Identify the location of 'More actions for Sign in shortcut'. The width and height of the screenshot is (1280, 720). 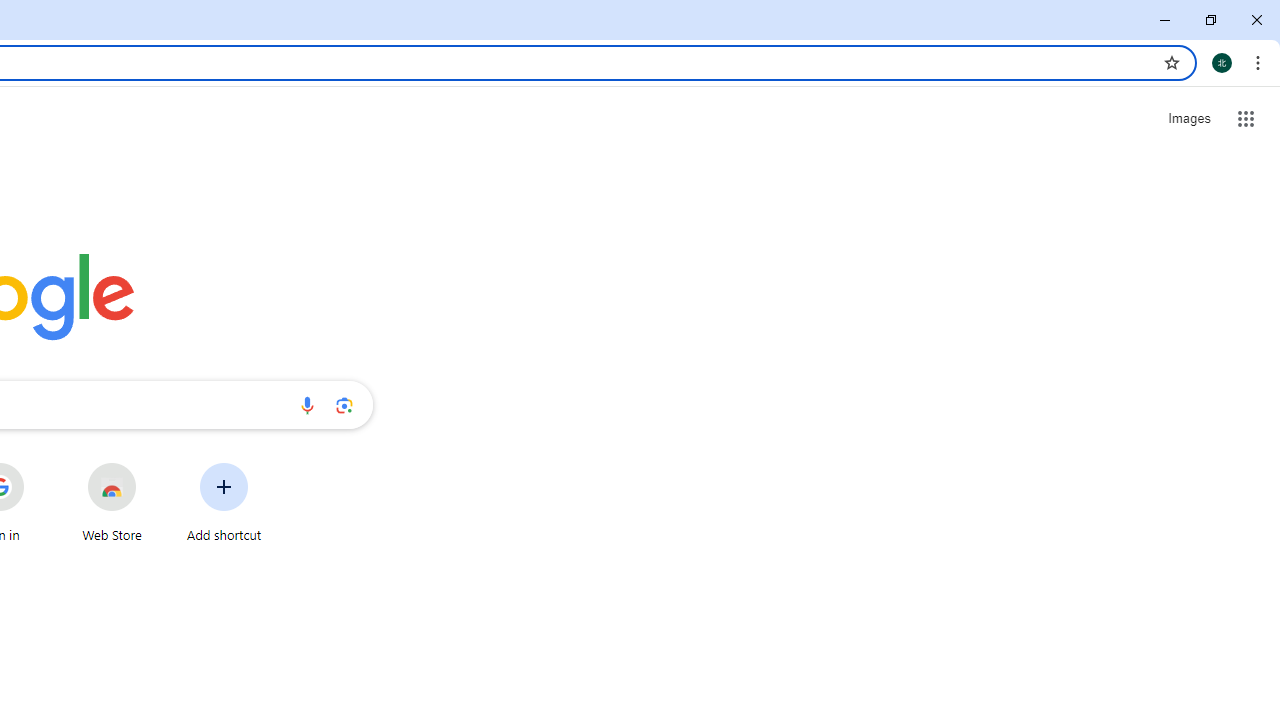
(39, 464).